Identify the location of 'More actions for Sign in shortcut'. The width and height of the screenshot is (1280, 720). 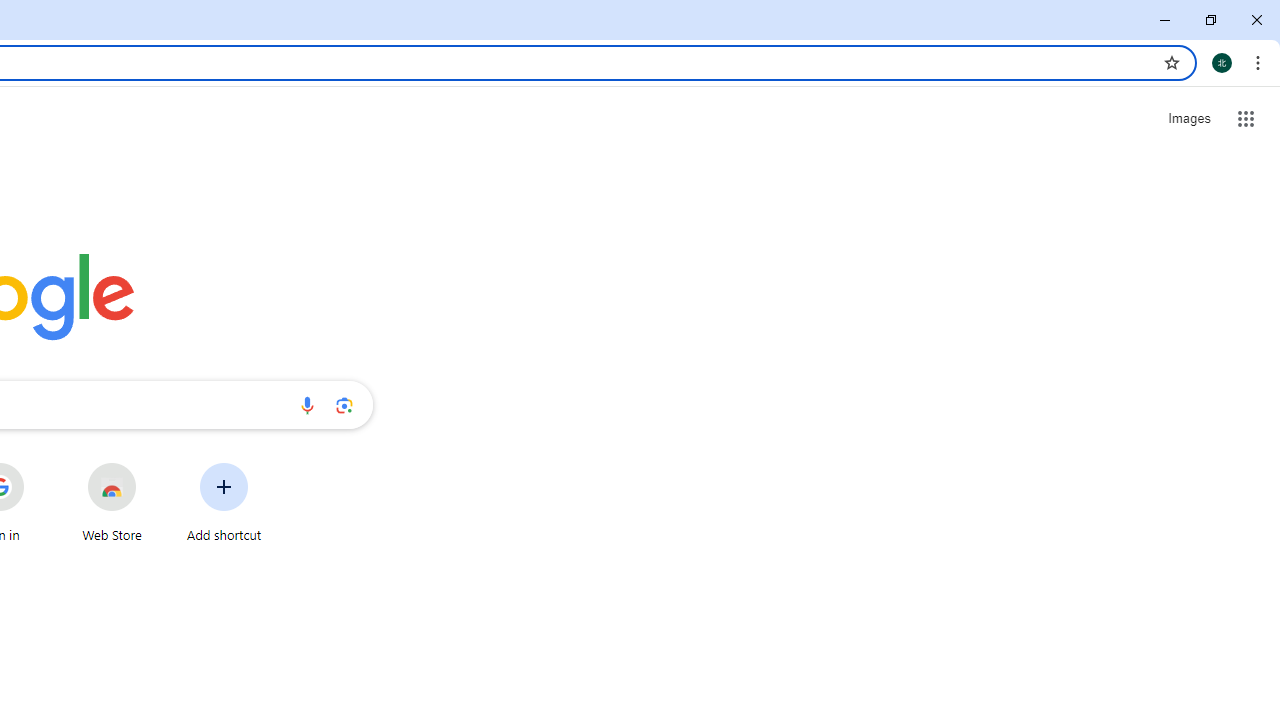
(39, 464).